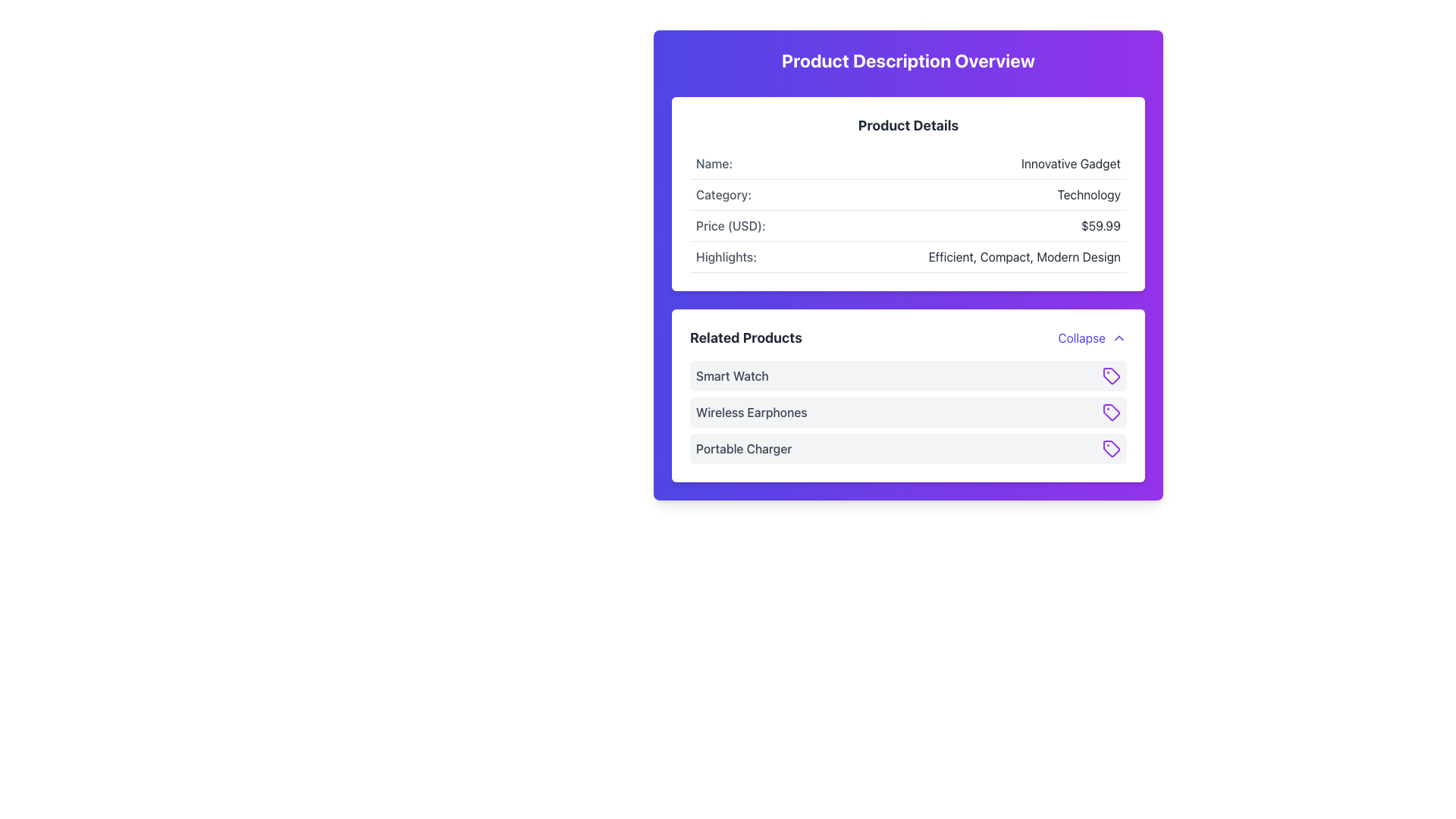 The height and width of the screenshot is (819, 1456). I want to click on the text label reading 'Innovative Gadget' which is displayed in a medium-weight font style and dark text color, located near the right end of the 'Product Details' section next to 'Name:', so click(1070, 164).